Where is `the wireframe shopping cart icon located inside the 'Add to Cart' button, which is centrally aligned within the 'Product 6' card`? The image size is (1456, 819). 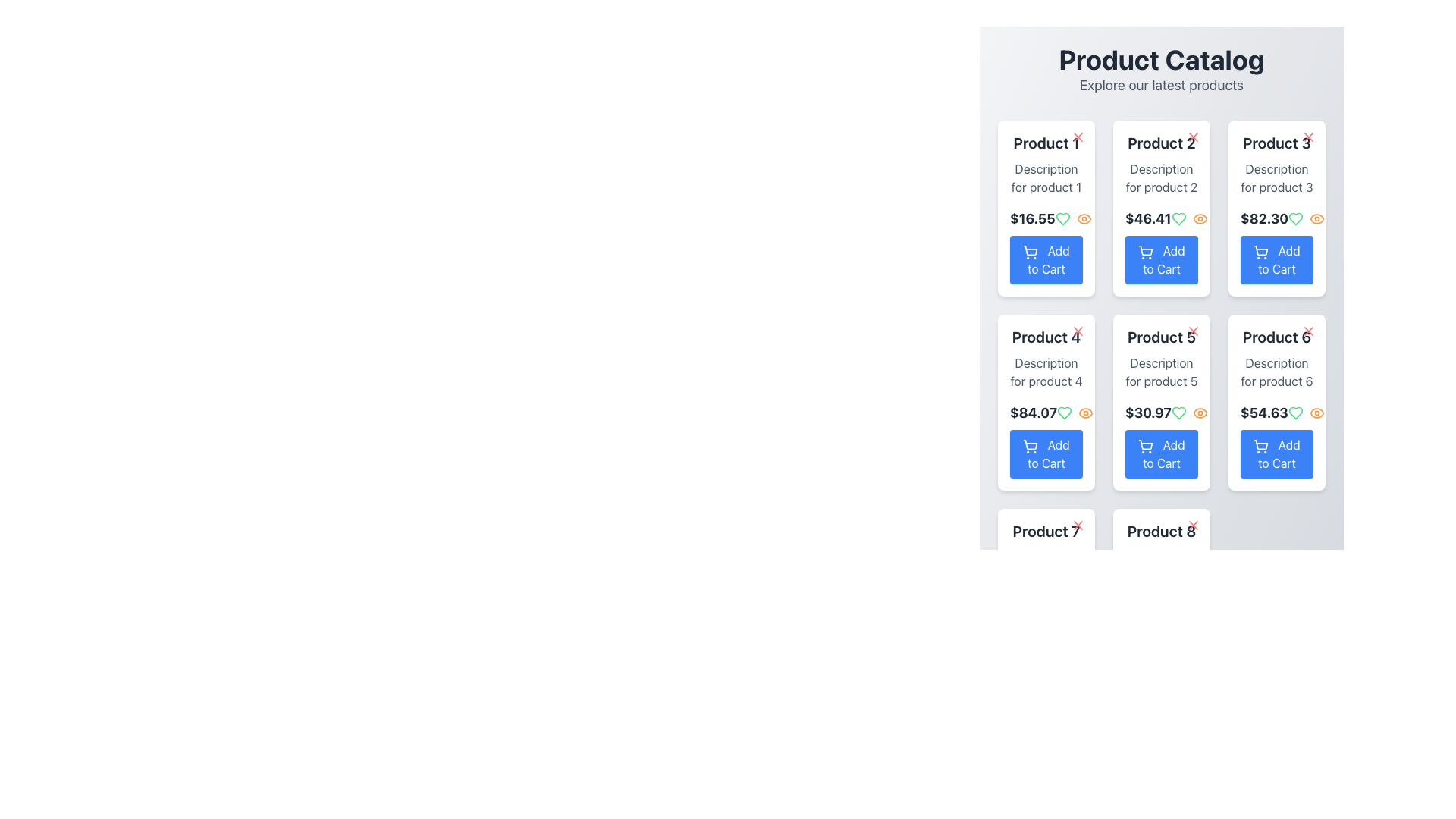 the wireframe shopping cart icon located inside the 'Add to Cart' button, which is centrally aligned within the 'Product 6' card is located at coordinates (1261, 445).